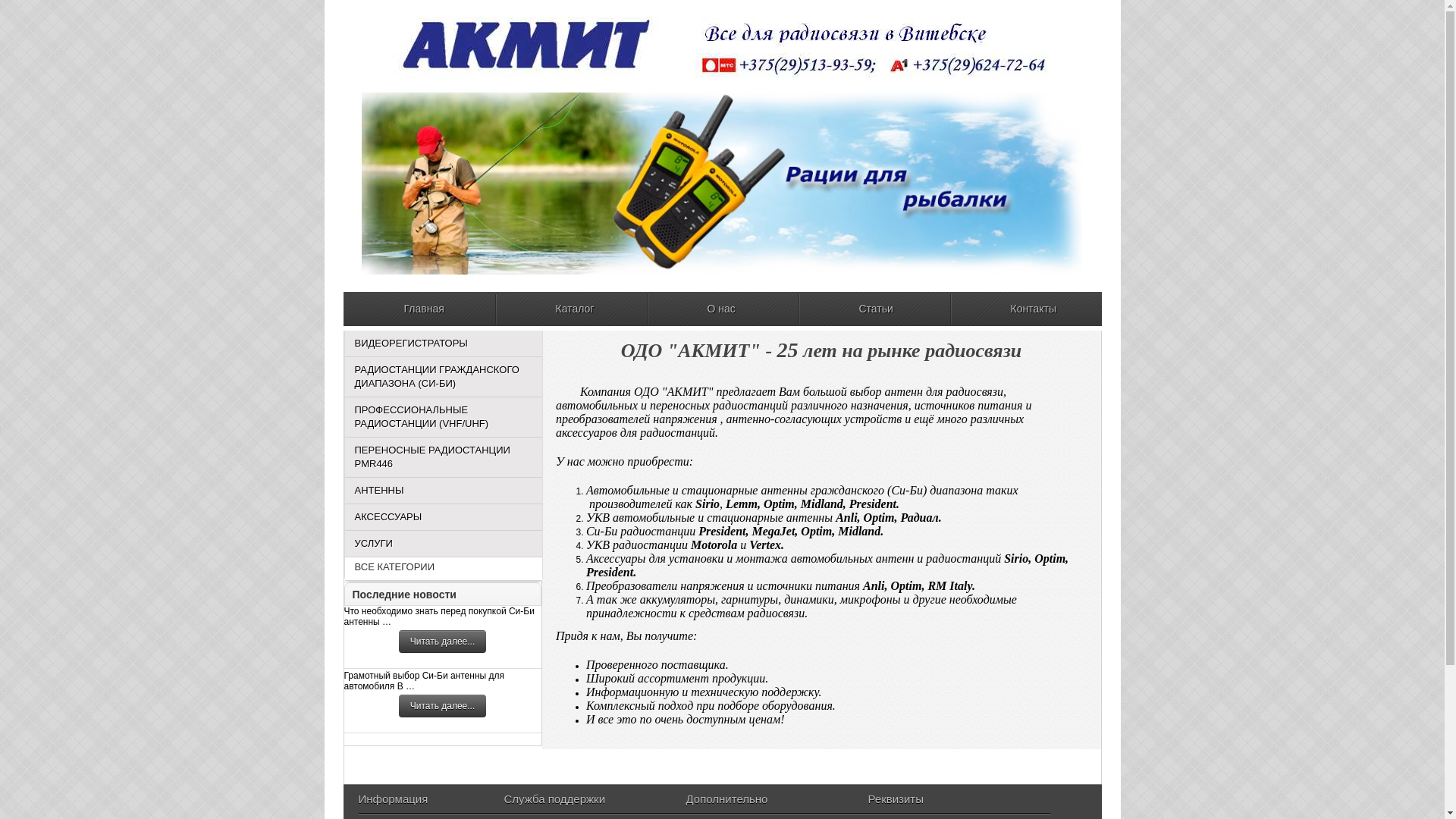 The width and height of the screenshot is (1456, 819). Describe the element at coordinates (721, 183) in the screenshot. I see `'rybalka'` at that location.